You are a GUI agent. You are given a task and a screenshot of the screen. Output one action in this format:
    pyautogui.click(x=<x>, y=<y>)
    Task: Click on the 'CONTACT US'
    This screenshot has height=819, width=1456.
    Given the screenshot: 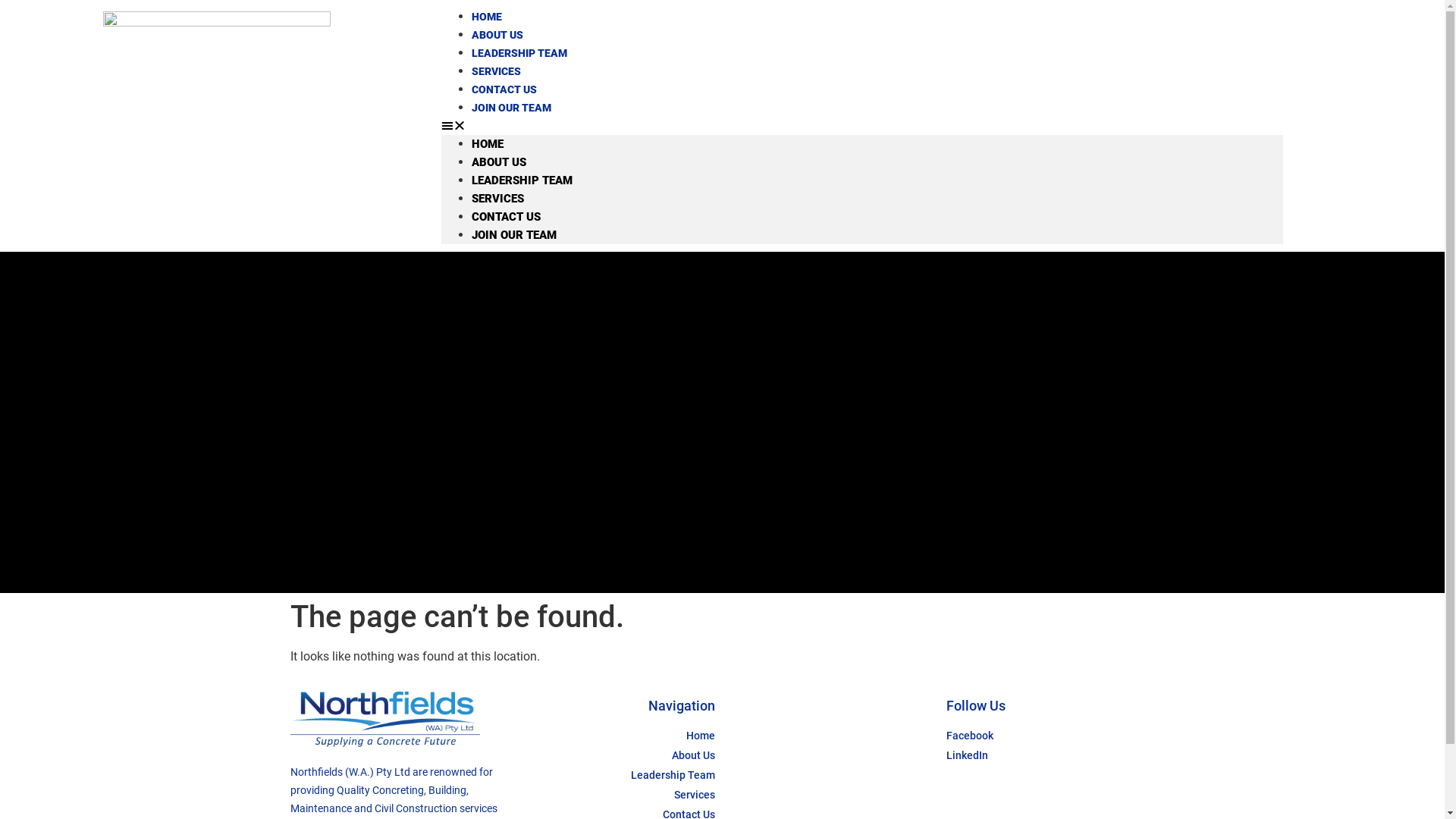 What is the action you would take?
    pyautogui.click(x=506, y=216)
    